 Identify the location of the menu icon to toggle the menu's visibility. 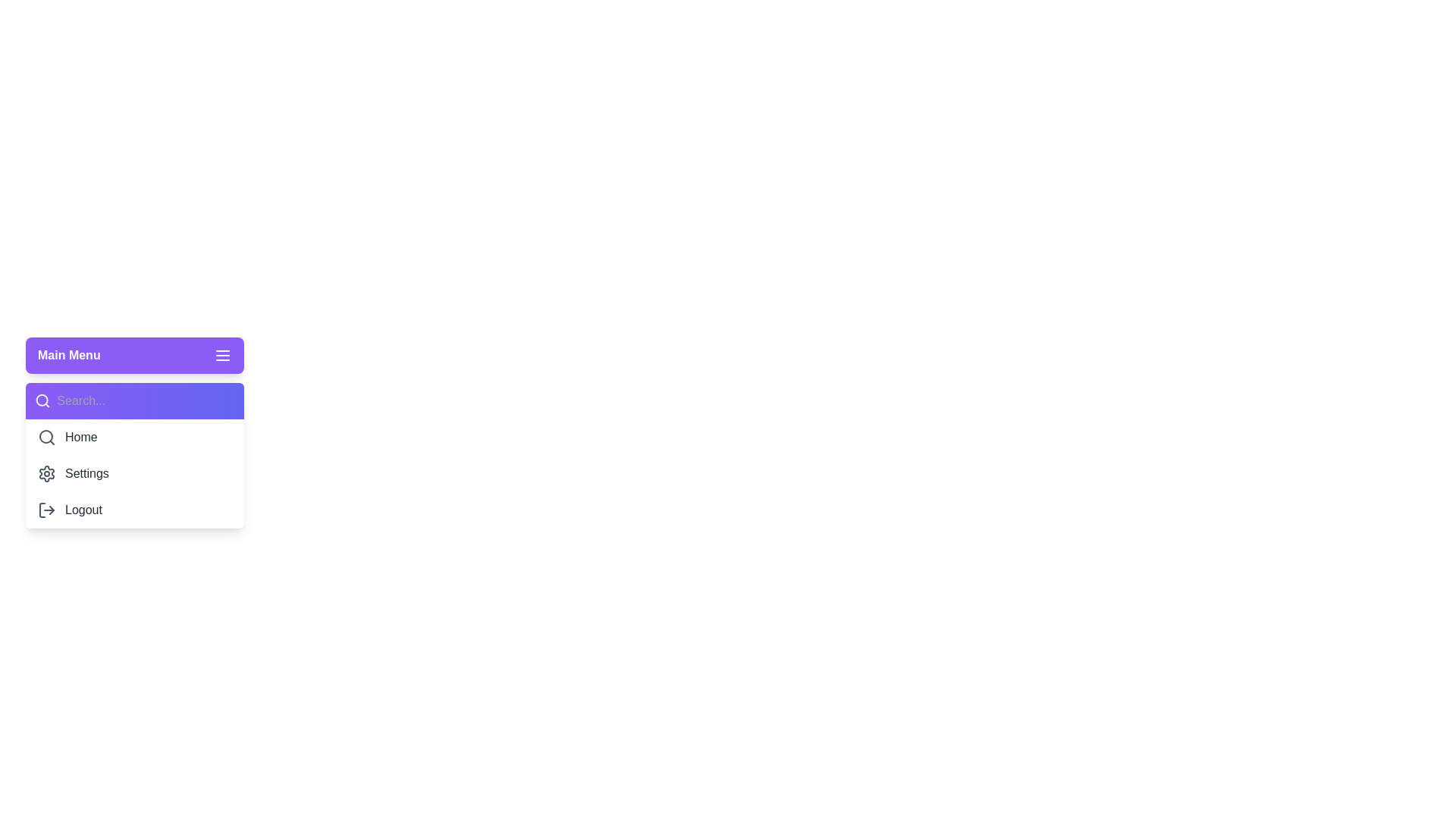
(221, 356).